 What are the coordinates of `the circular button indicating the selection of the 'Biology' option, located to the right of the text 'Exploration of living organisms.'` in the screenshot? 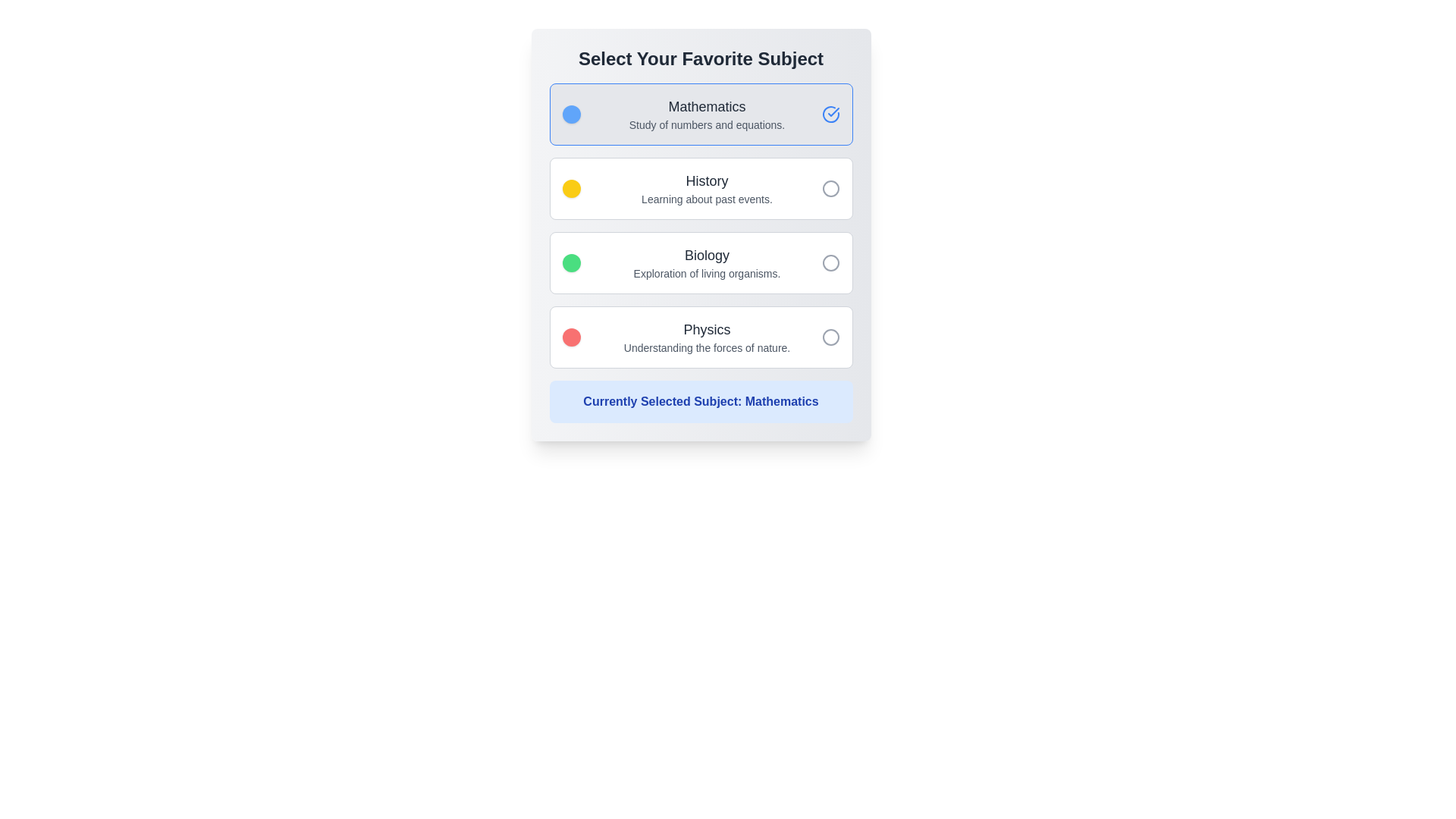 It's located at (830, 262).